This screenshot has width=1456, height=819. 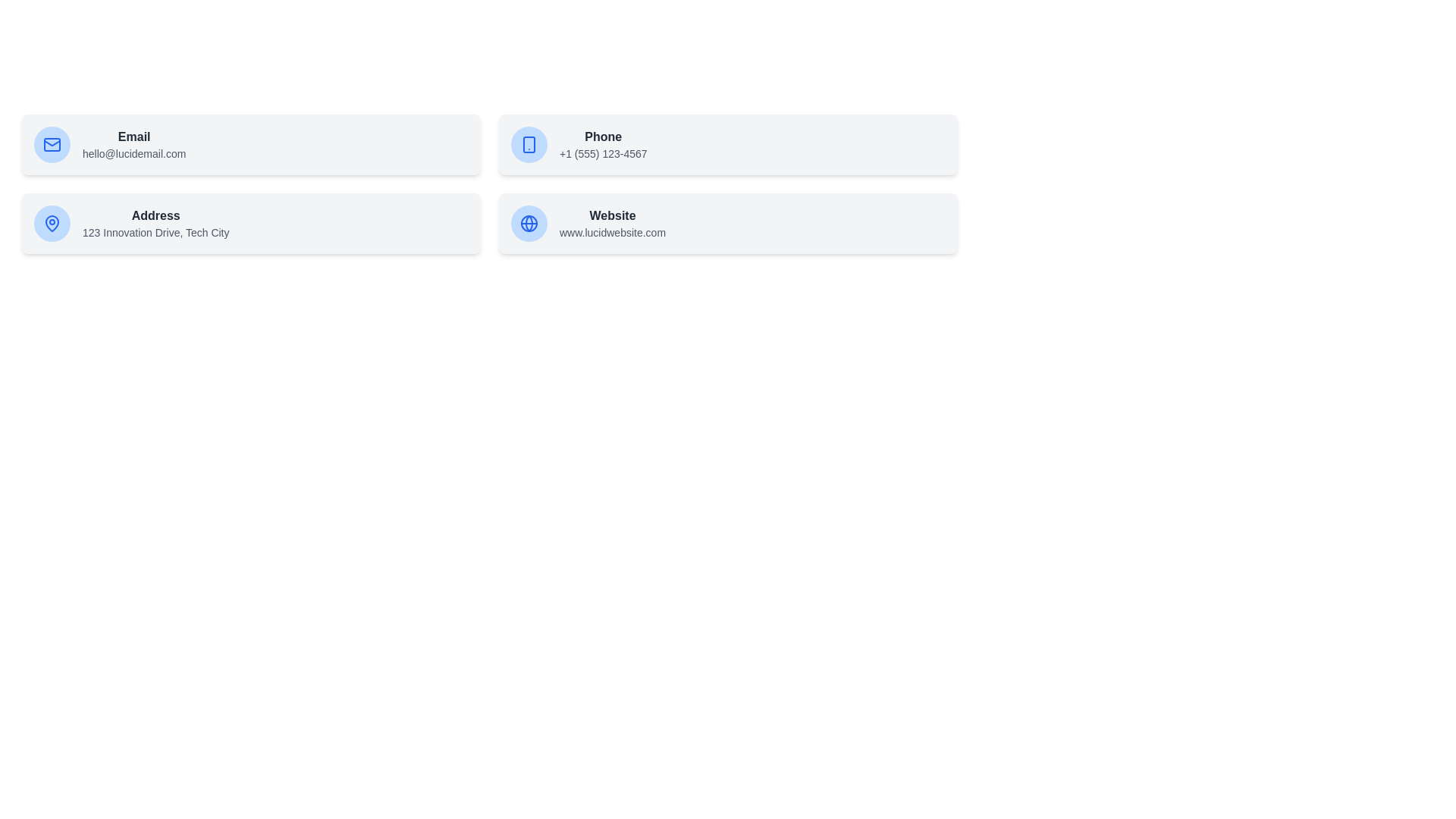 What do you see at coordinates (251, 223) in the screenshot?
I see `the Information display panel that shows the address '123 Innovation Drive, Tech City' for accessibility` at bounding box center [251, 223].